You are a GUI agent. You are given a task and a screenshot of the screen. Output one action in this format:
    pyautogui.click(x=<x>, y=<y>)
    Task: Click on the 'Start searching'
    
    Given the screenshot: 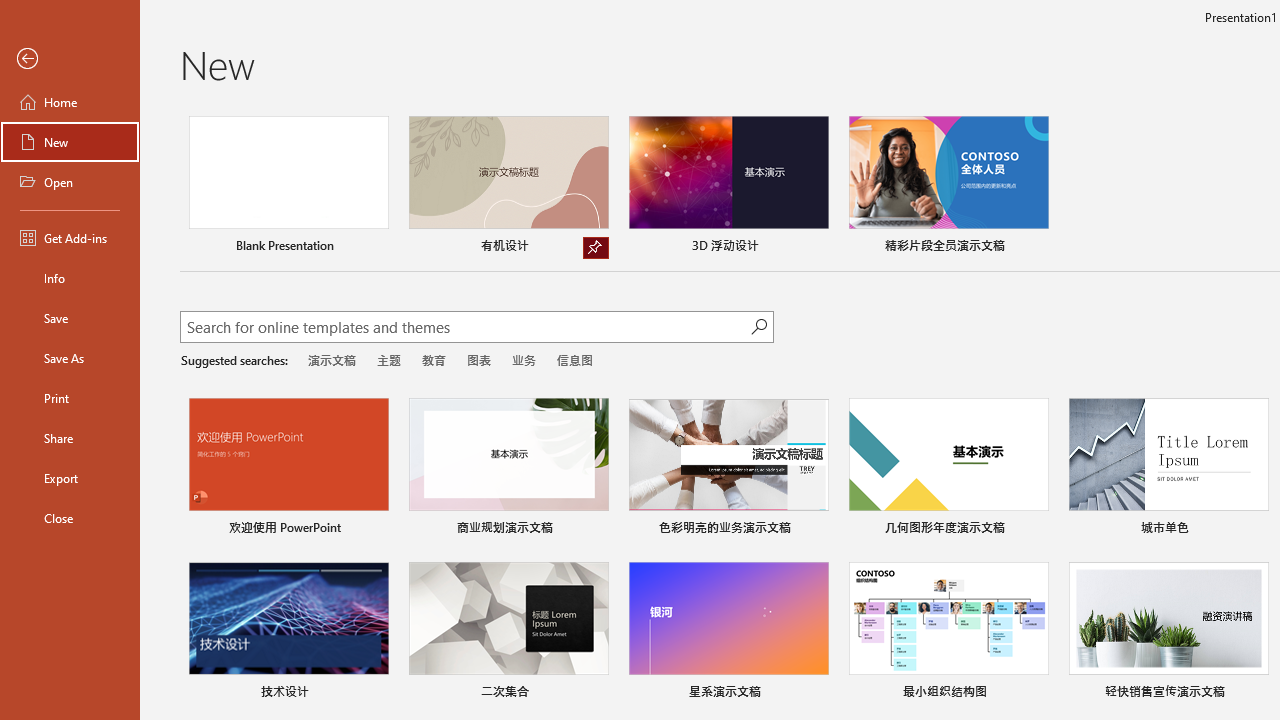 What is the action you would take?
    pyautogui.click(x=758, y=325)
    